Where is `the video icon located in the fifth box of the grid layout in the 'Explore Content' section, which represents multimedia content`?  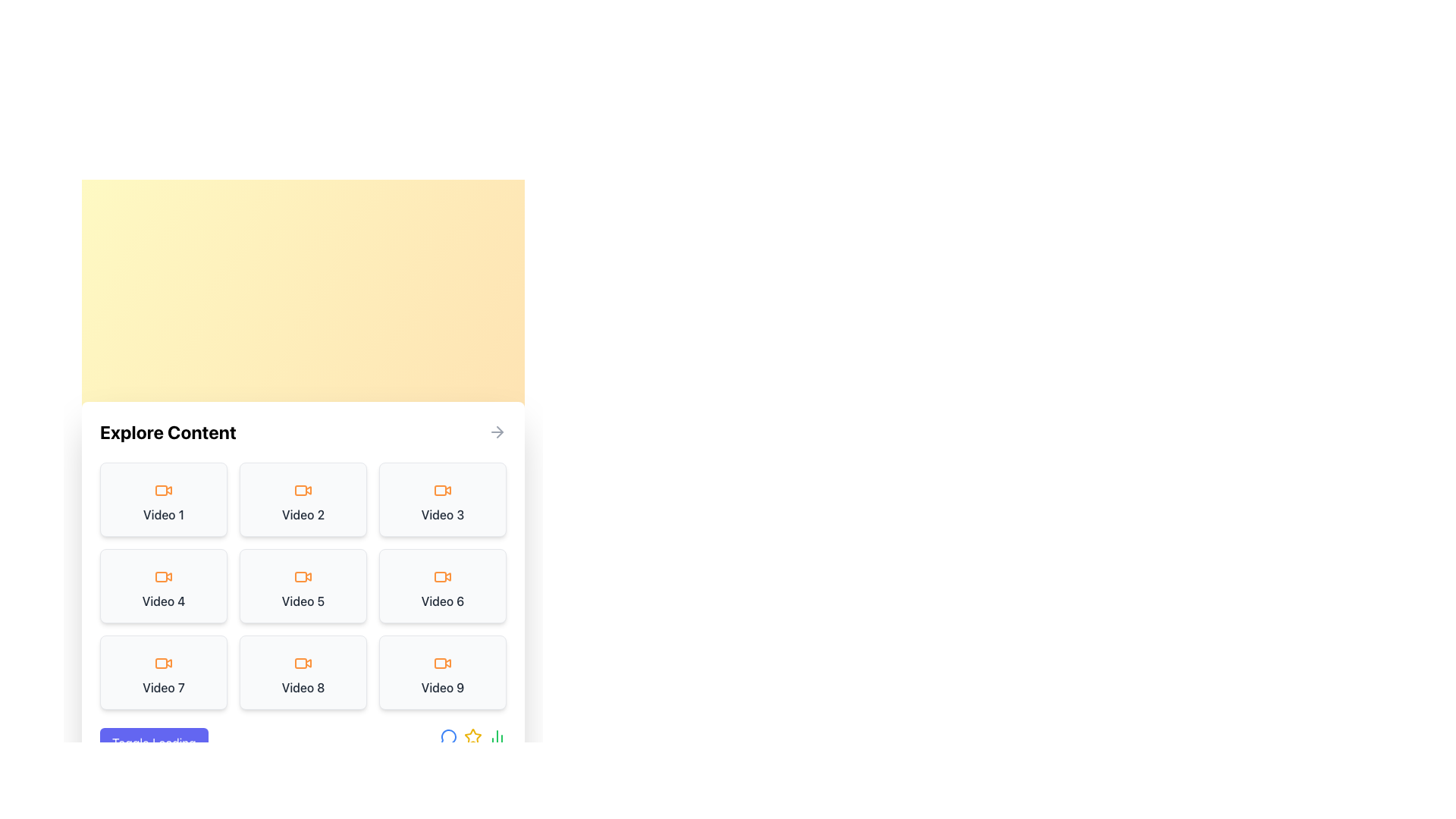
the video icon located in the fifth box of the grid layout in the 'Explore Content' section, which represents multimedia content is located at coordinates (303, 576).